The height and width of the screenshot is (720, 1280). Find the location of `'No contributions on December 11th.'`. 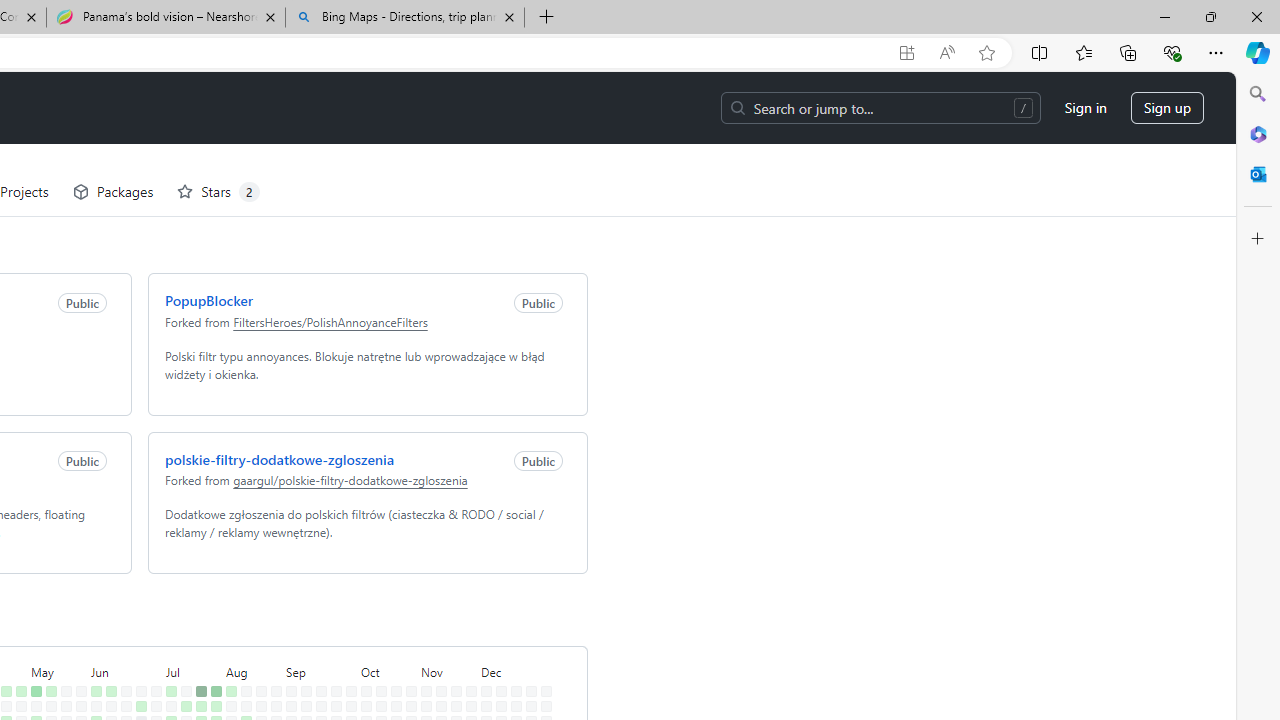

'No contributions on December 11th.' is located at coordinates (497, 664).